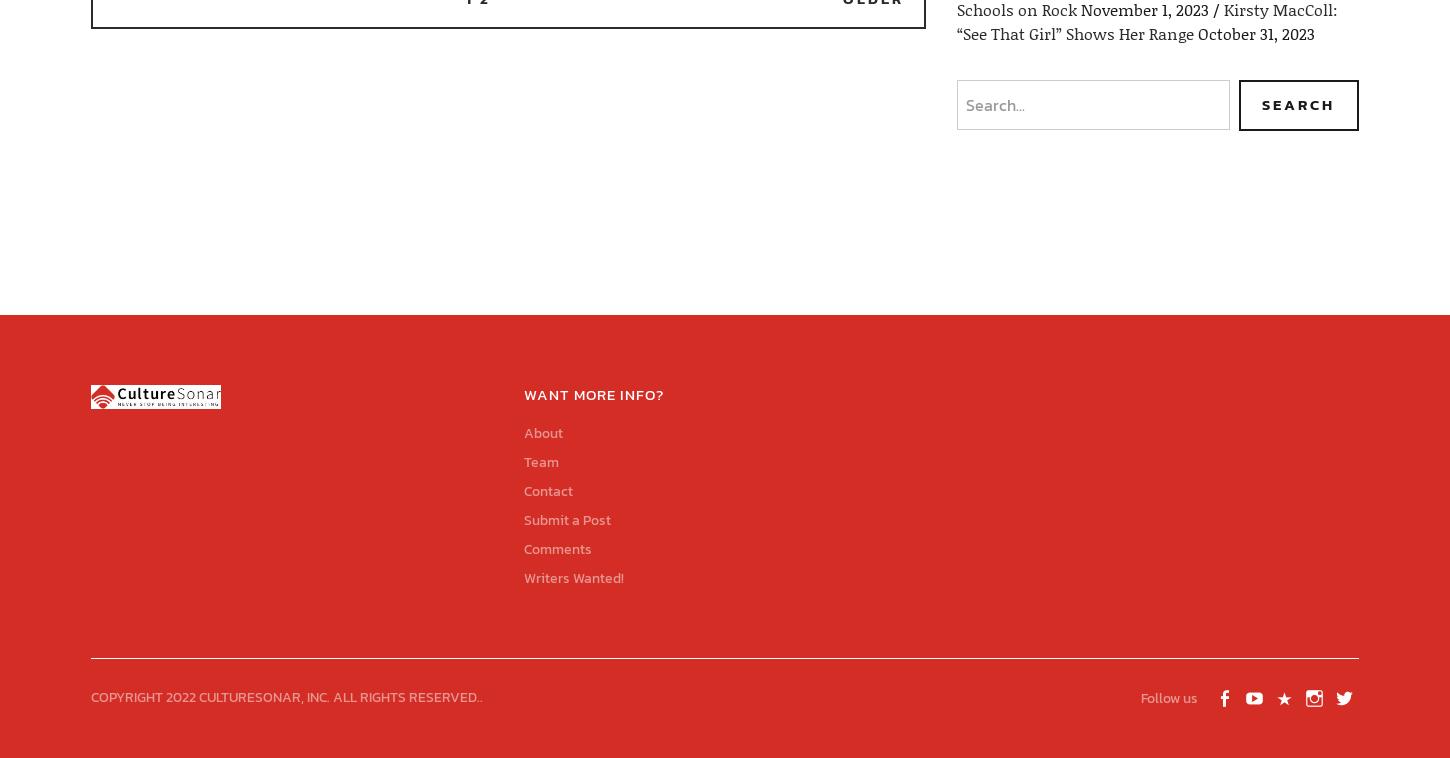  Describe the element at coordinates (1357, 728) in the screenshot. I see `'Twitter'` at that location.